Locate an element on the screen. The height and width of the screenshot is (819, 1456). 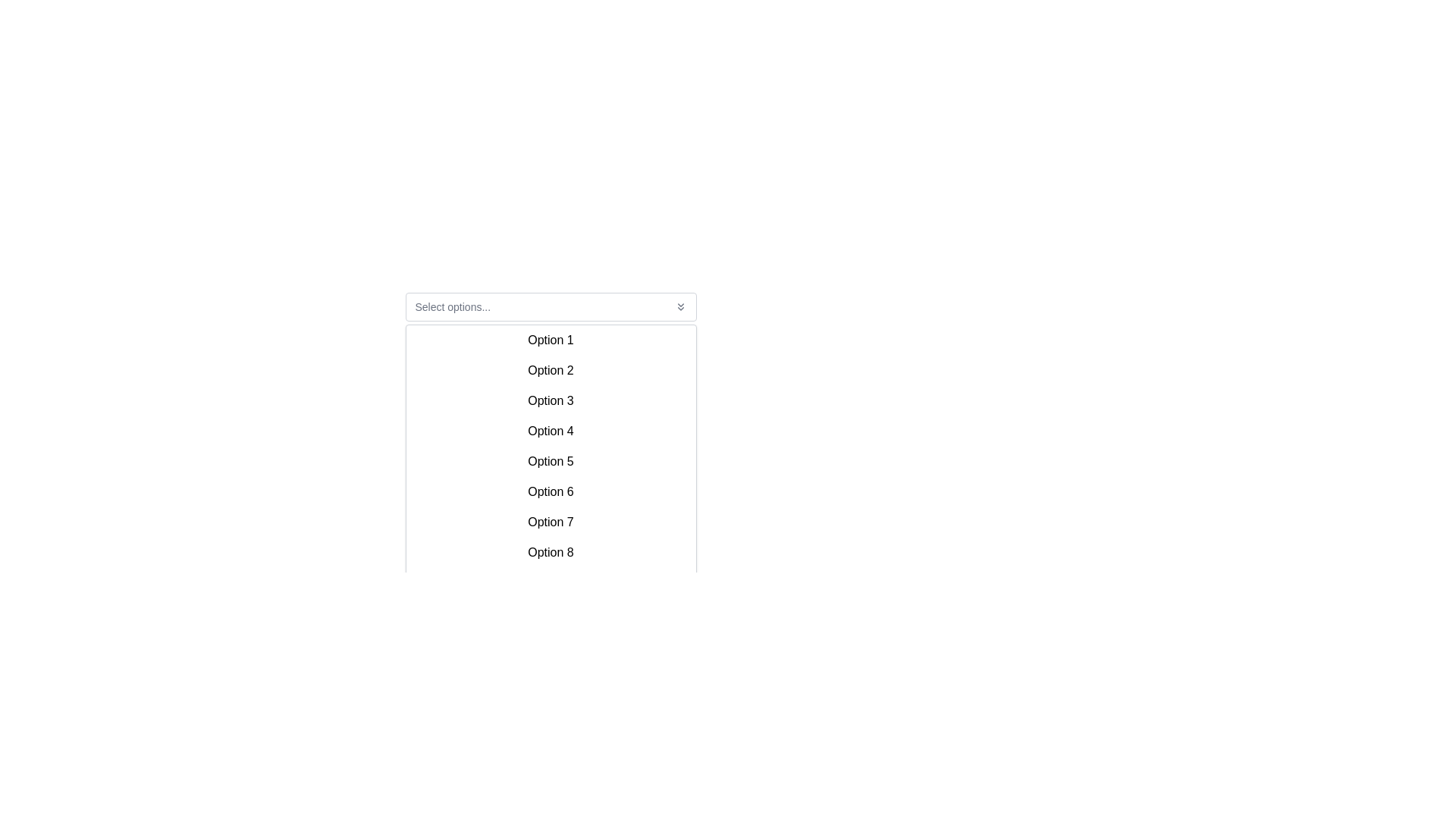
the icon consisting of two stacked downward chevrons at the far right edge of the dropdown is located at coordinates (679, 307).